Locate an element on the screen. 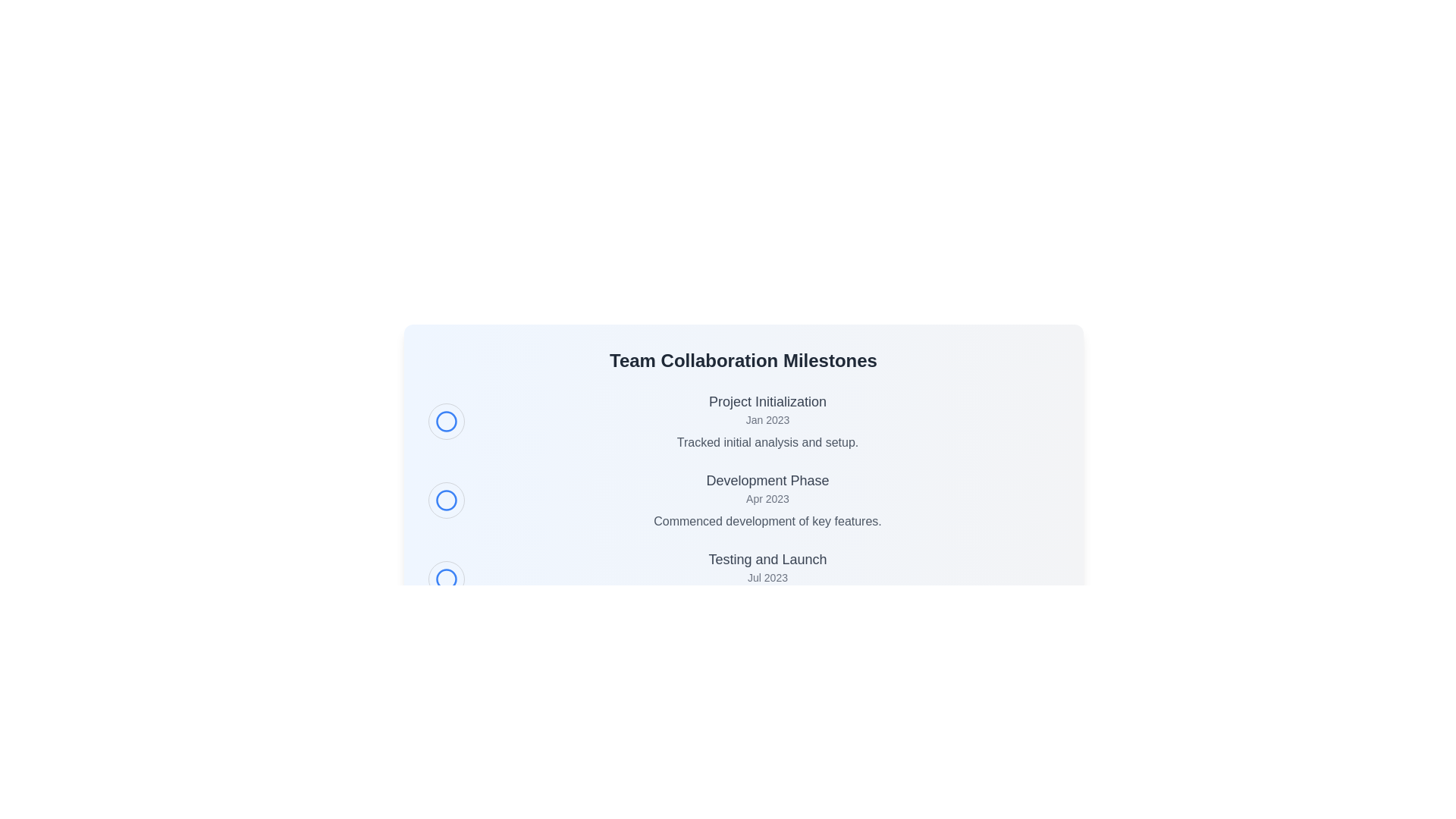 This screenshot has width=1456, height=819. the bold, large-sized text 'Team Collaboration Milestones' located at the top of the card-like component is located at coordinates (743, 360).